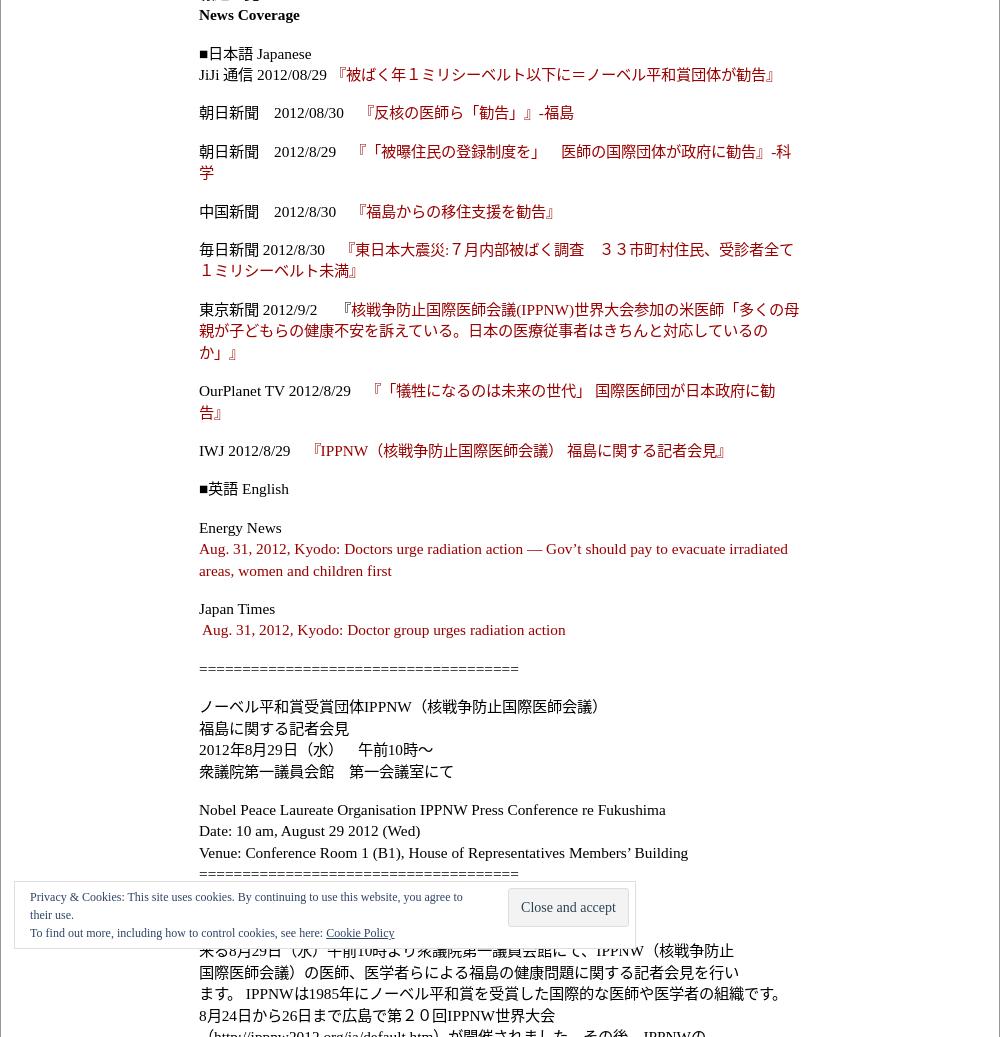 Image resolution: width=1001 pixels, height=1037 pixels. What do you see at coordinates (498, 328) in the screenshot?
I see `'核戦争防止国際医師会議(IPPNW)世界大会参加の米医師「多くの母親が子どもらの健康不安を訴えている。日本の医療従事者はきちんと対応しているのか」』'` at bounding box center [498, 328].